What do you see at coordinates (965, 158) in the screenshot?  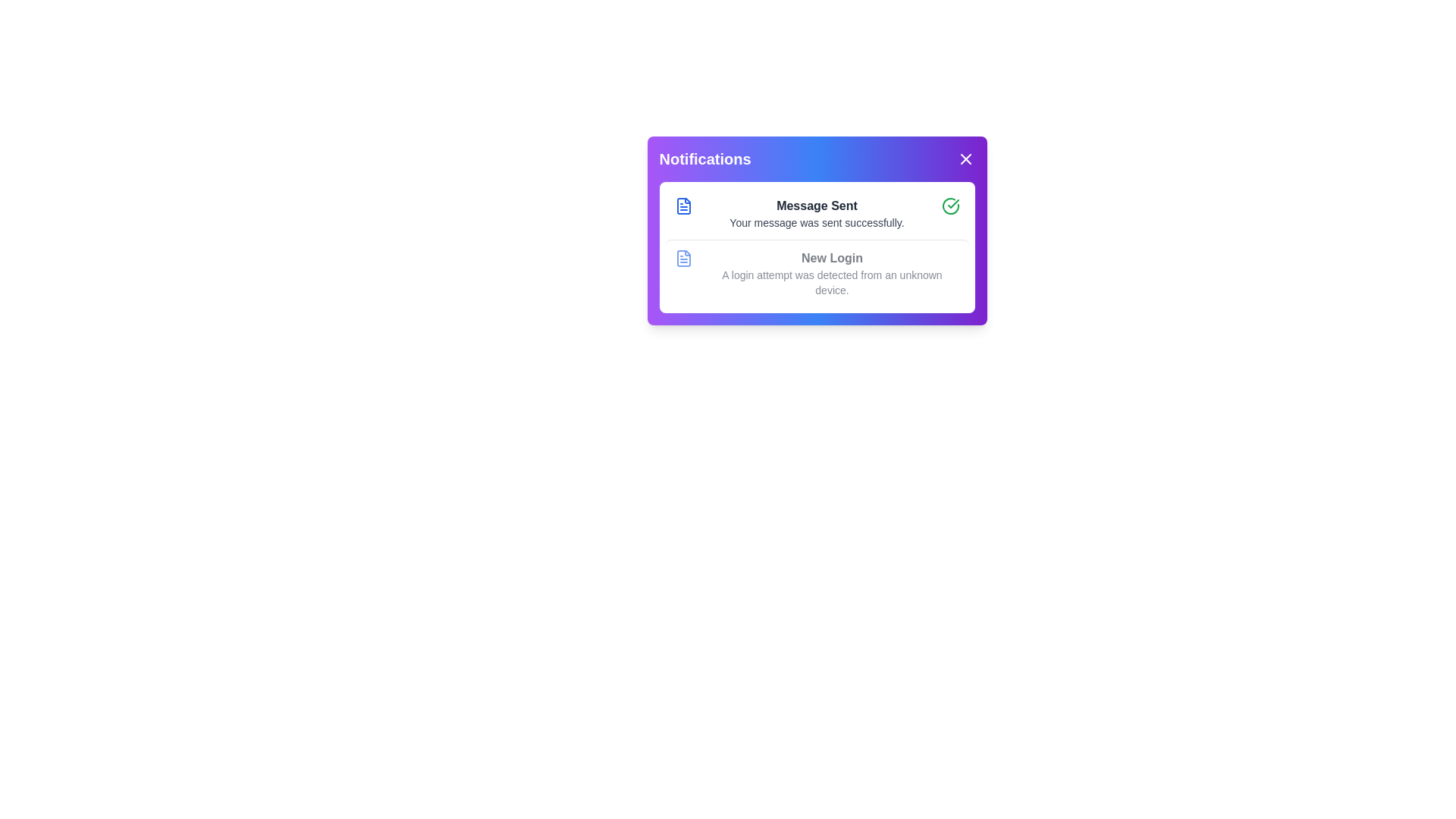 I see `the close button located in the top-right corner of the notification overlay panel` at bounding box center [965, 158].